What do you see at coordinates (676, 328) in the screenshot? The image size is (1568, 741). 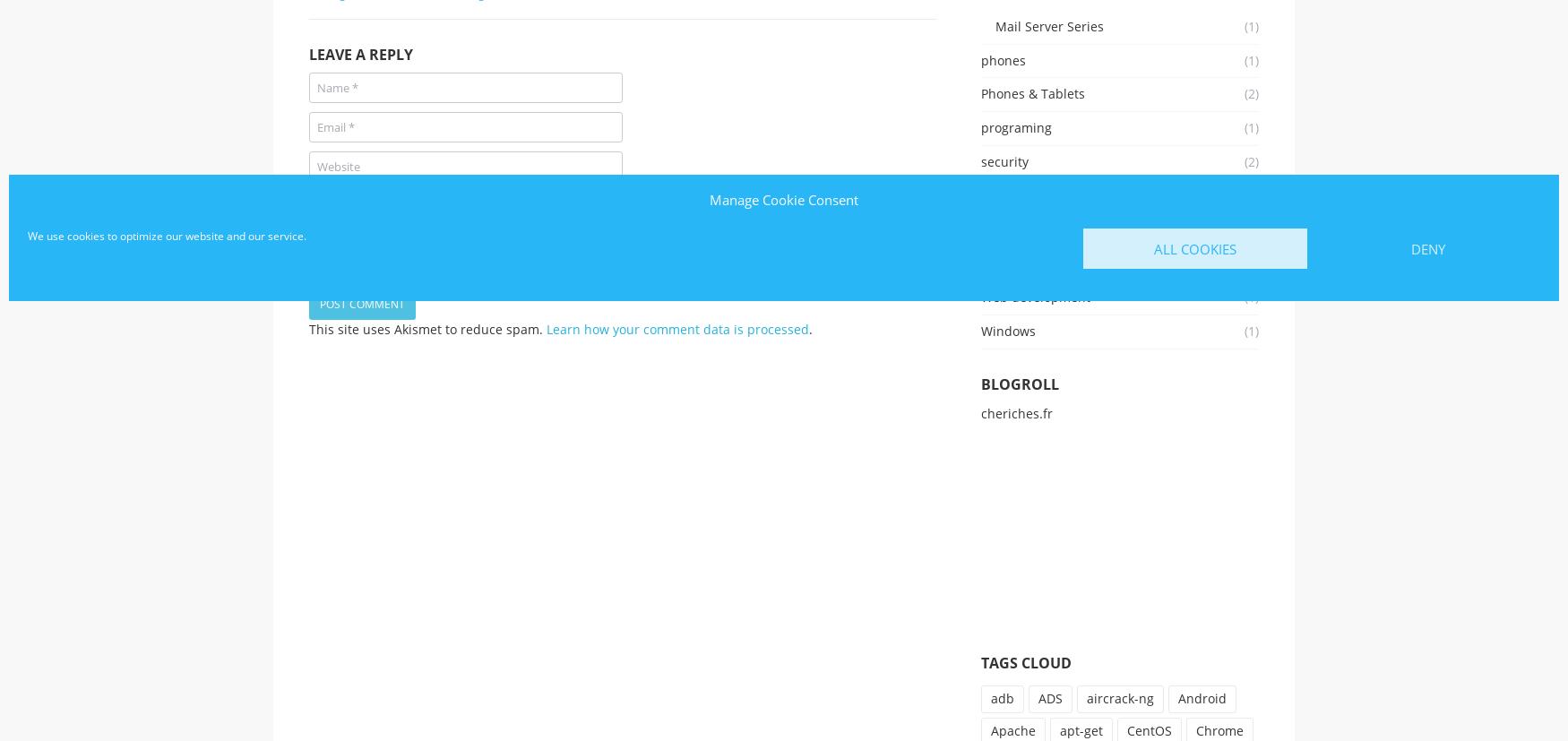 I see `'Learn how your comment data is processed'` at bounding box center [676, 328].